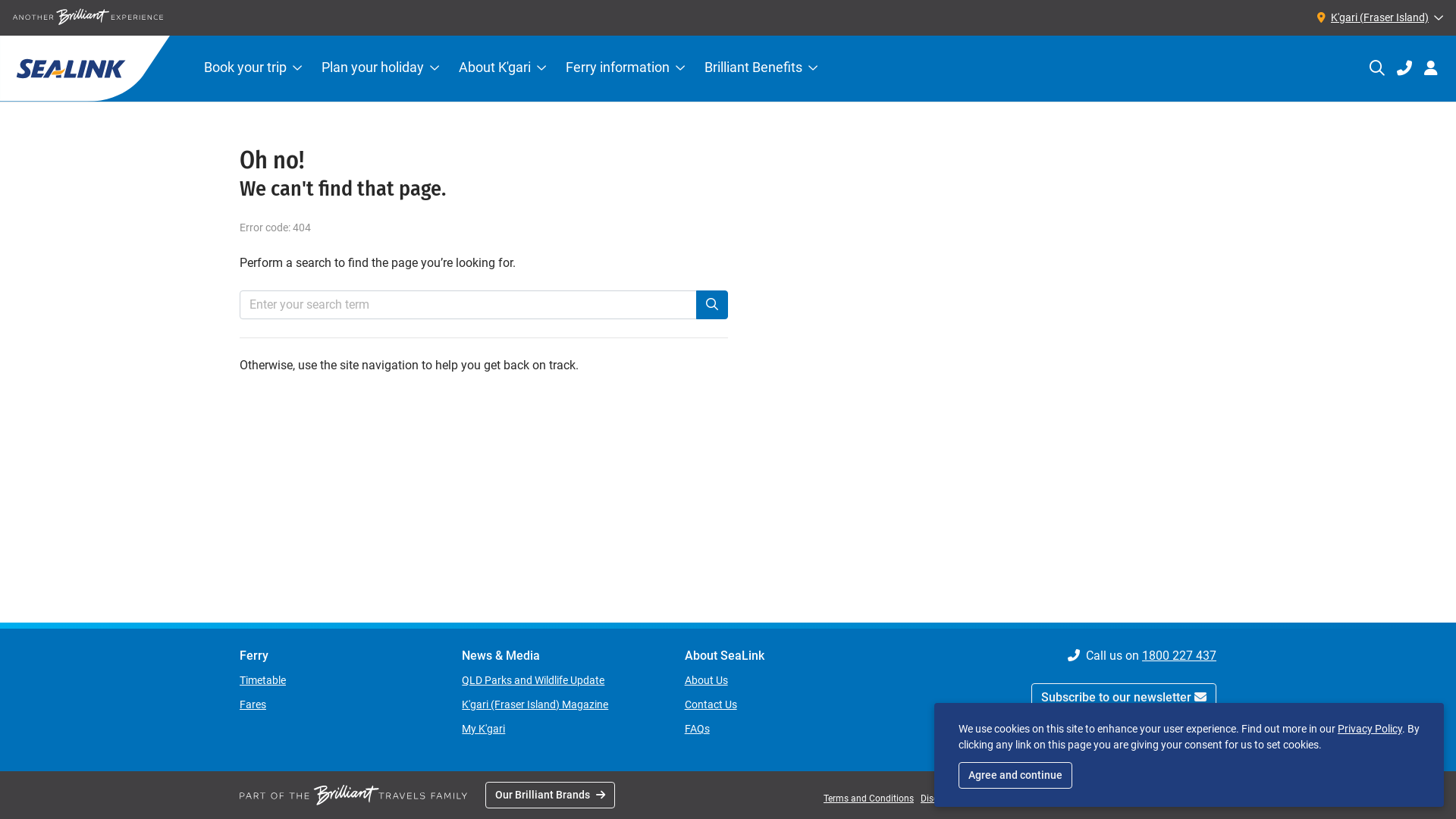 The height and width of the screenshot is (819, 1456). I want to click on 'Disclaimer', so click(941, 797).